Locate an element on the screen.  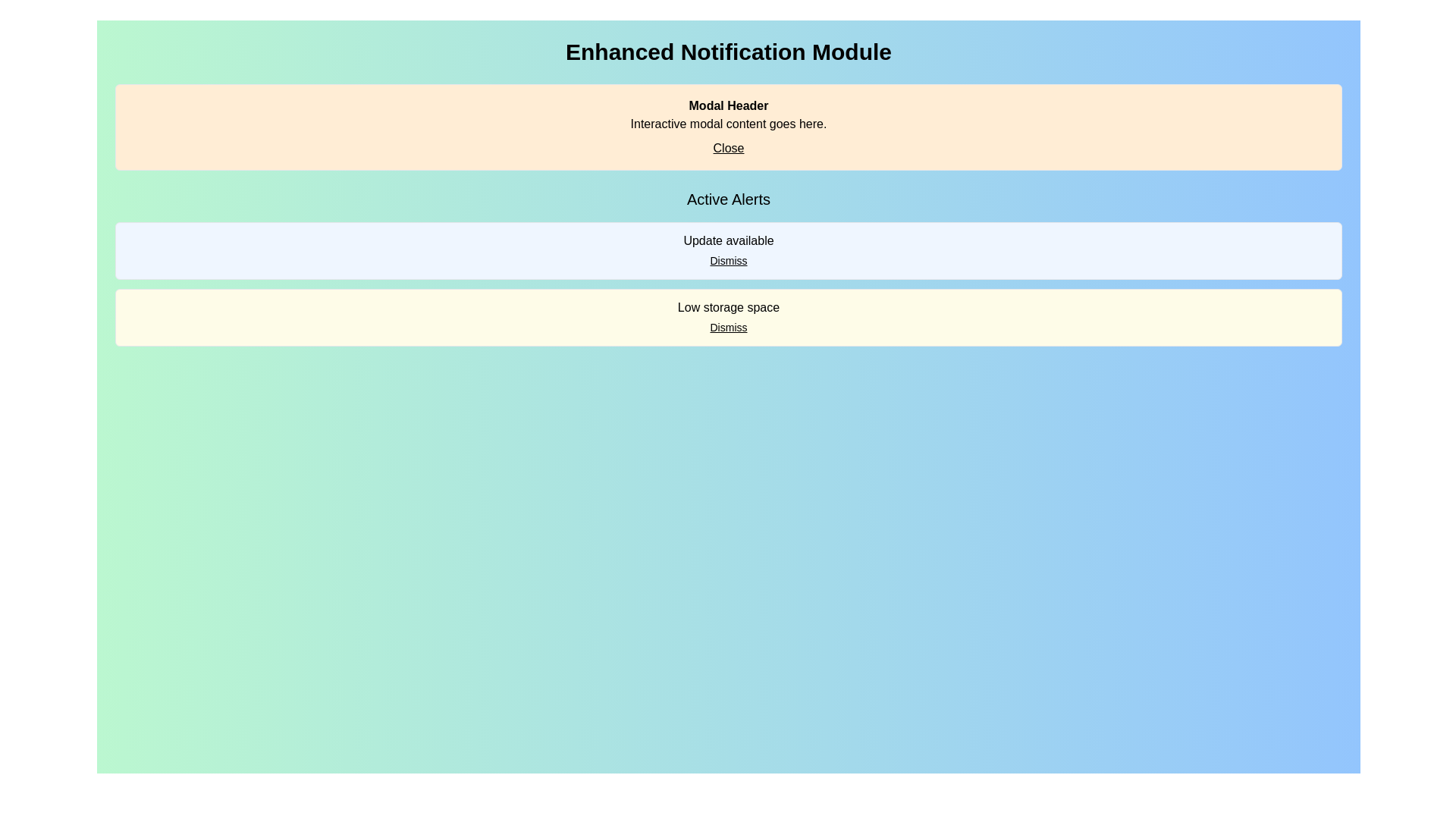
the 'Dismiss' button, which is styled with underlined text and located in the 'Active Alerts' section under the notification stating 'Update available' is located at coordinates (728, 259).